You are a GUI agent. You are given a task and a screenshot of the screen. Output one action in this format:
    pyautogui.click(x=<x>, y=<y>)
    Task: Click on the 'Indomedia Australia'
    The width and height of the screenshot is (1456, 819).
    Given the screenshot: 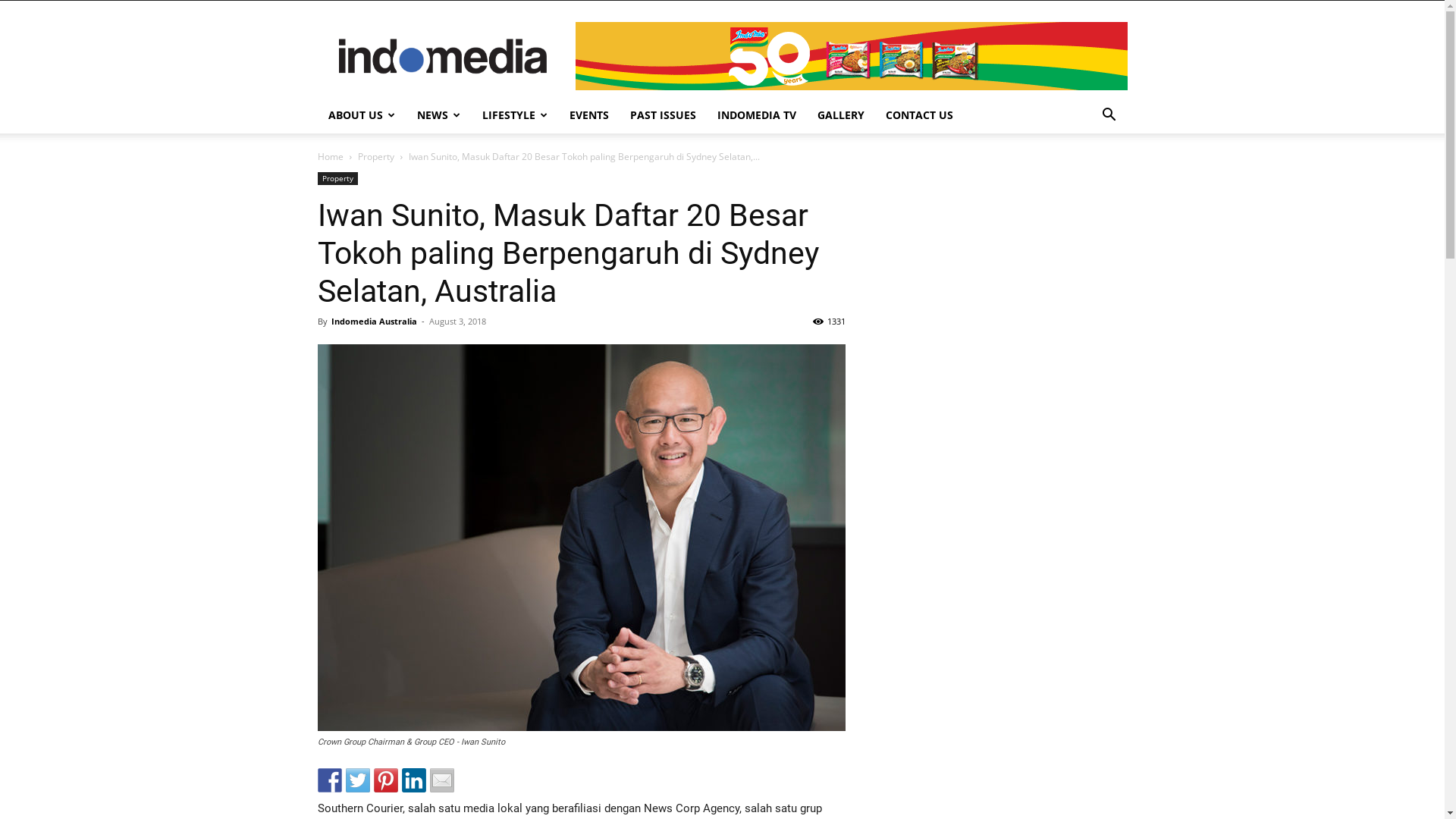 What is the action you would take?
    pyautogui.click(x=373, y=320)
    